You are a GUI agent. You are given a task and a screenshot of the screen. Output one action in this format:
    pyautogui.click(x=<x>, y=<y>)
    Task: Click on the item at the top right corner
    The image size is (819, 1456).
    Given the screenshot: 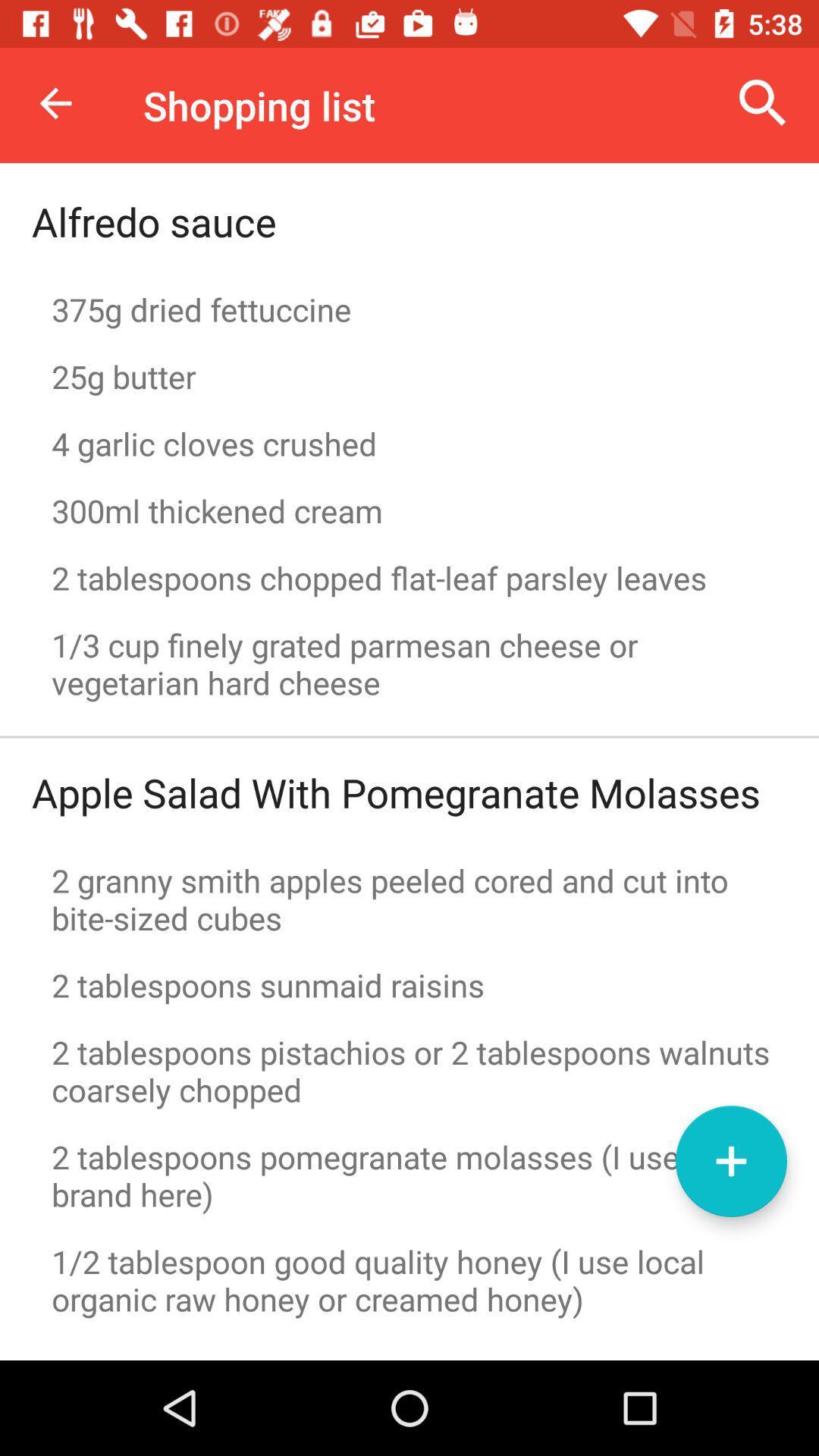 What is the action you would take?
    pyautogui.click(x=763, y=102)
    